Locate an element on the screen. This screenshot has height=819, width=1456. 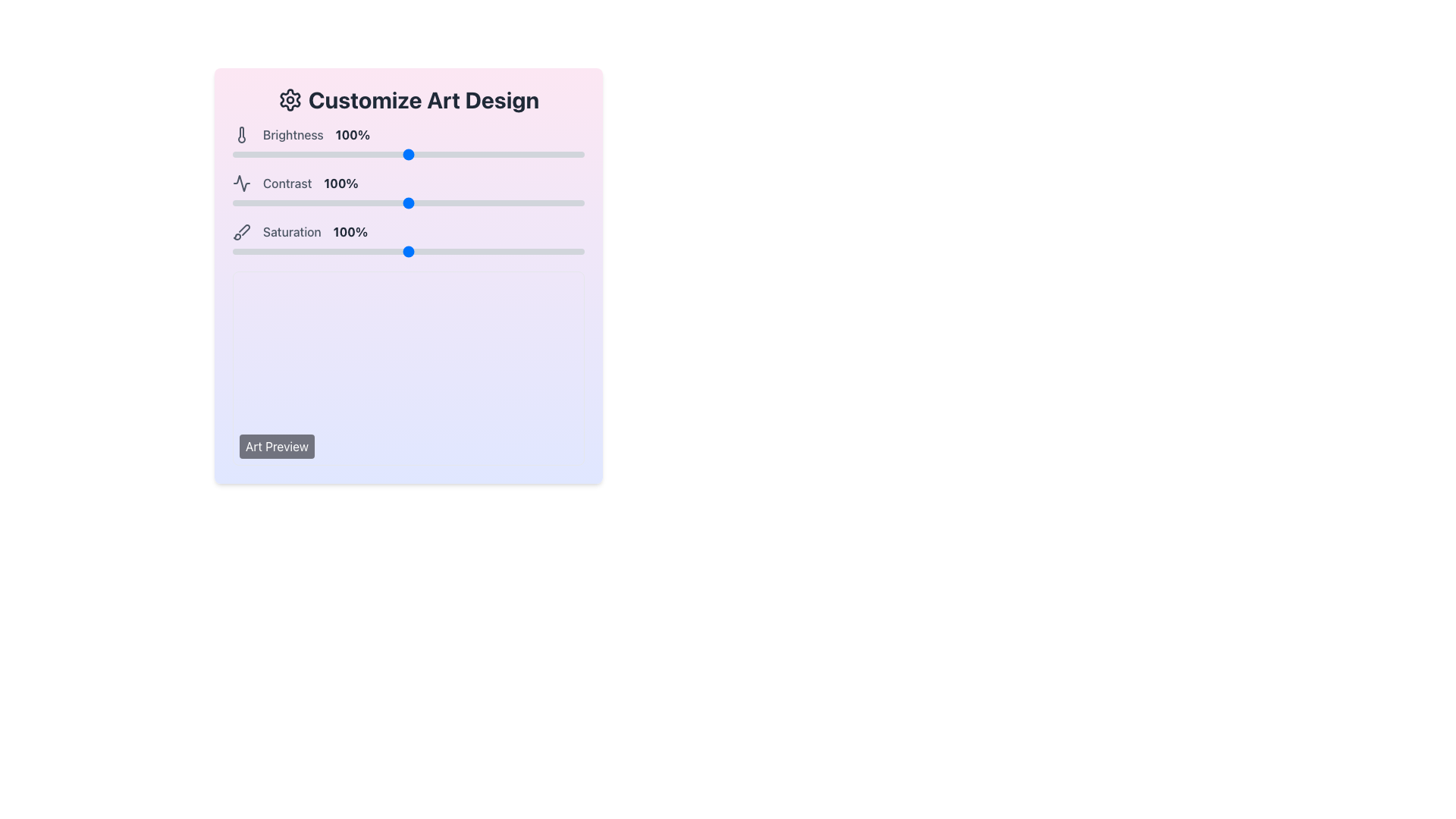
the contrast level is located at coordinates (234, 202).